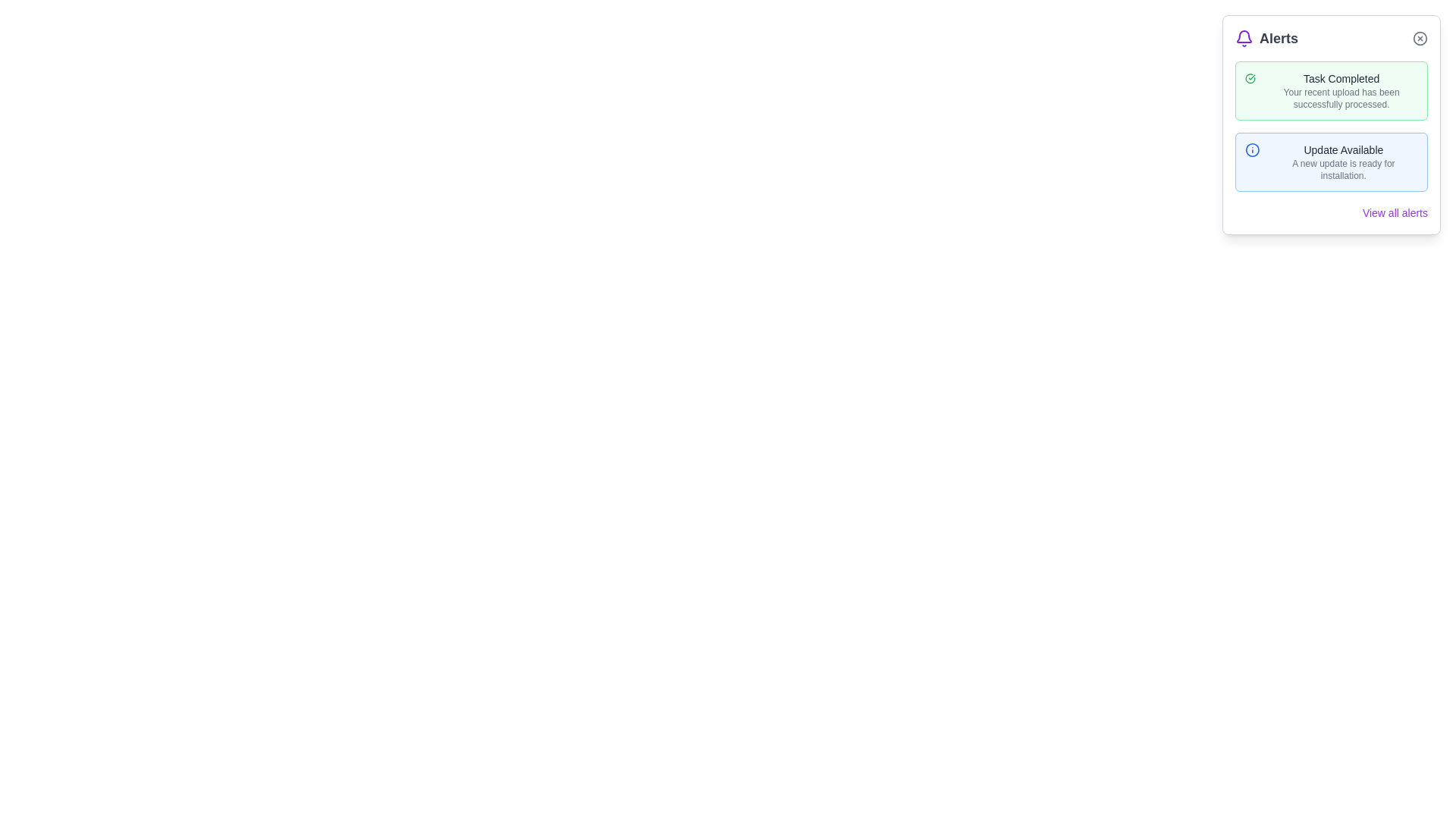 This screenshot has height=819, width=1456. I want to click on the text element that states 'A new update is ready for installation.' which is styled with a small gray font and is located below the heading 'Update Available' in the notification banner, so click(1343, 169).